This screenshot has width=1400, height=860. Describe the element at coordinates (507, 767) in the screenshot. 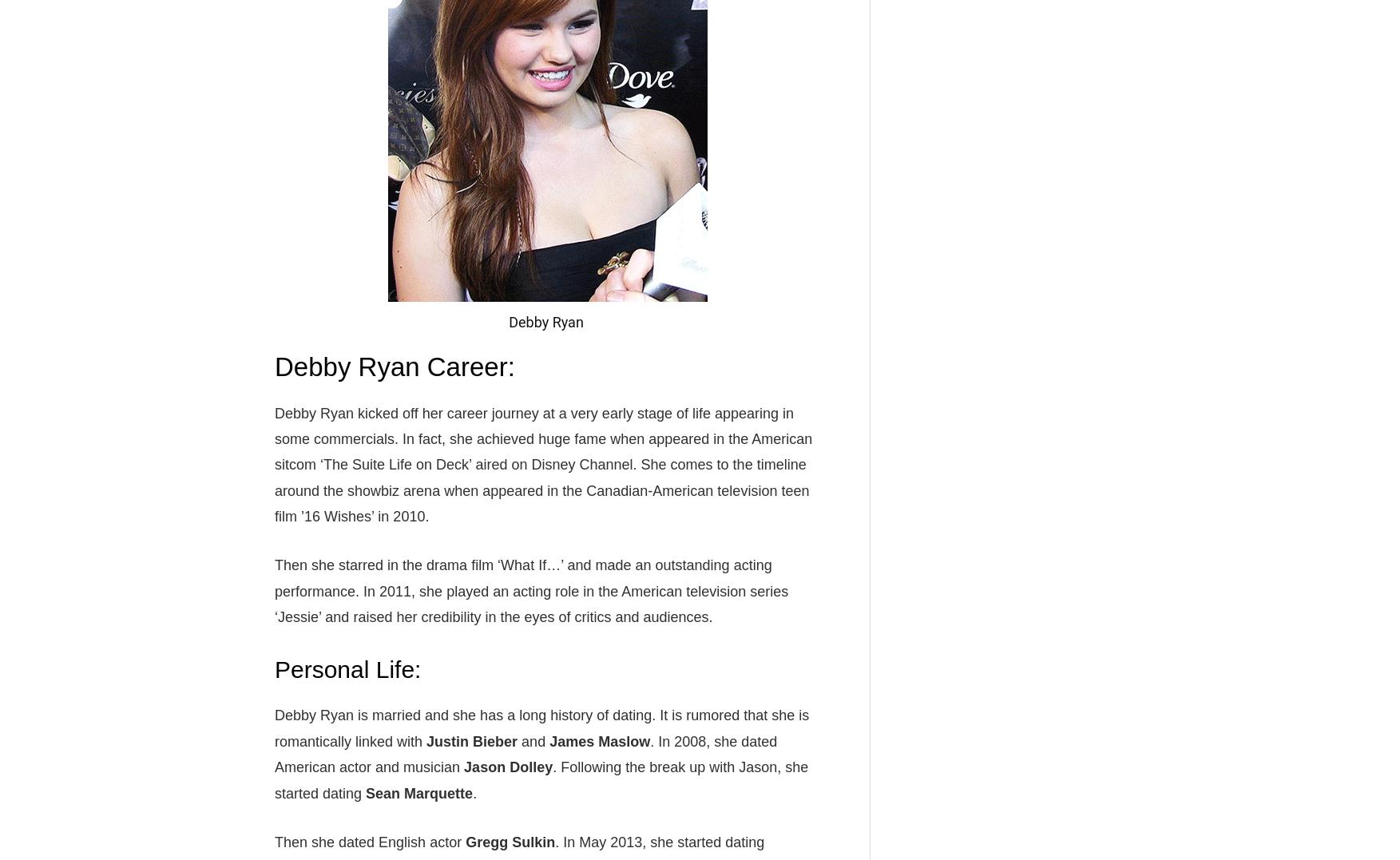

I see `'Jason Dolley'` at that location.